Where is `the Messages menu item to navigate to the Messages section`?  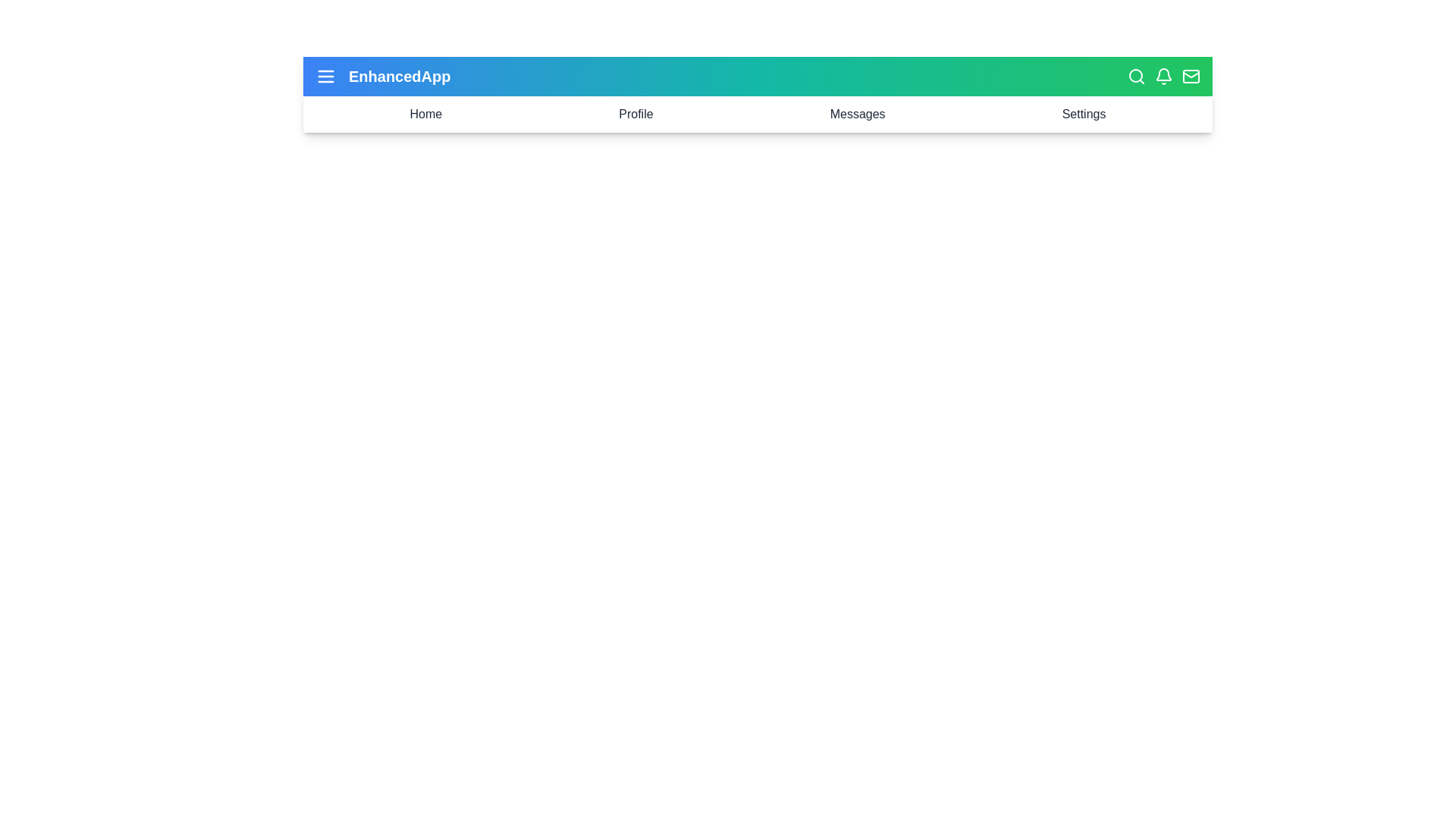 the Messages menu item to navigate to the Messages section is located at coordinates (858, 113).